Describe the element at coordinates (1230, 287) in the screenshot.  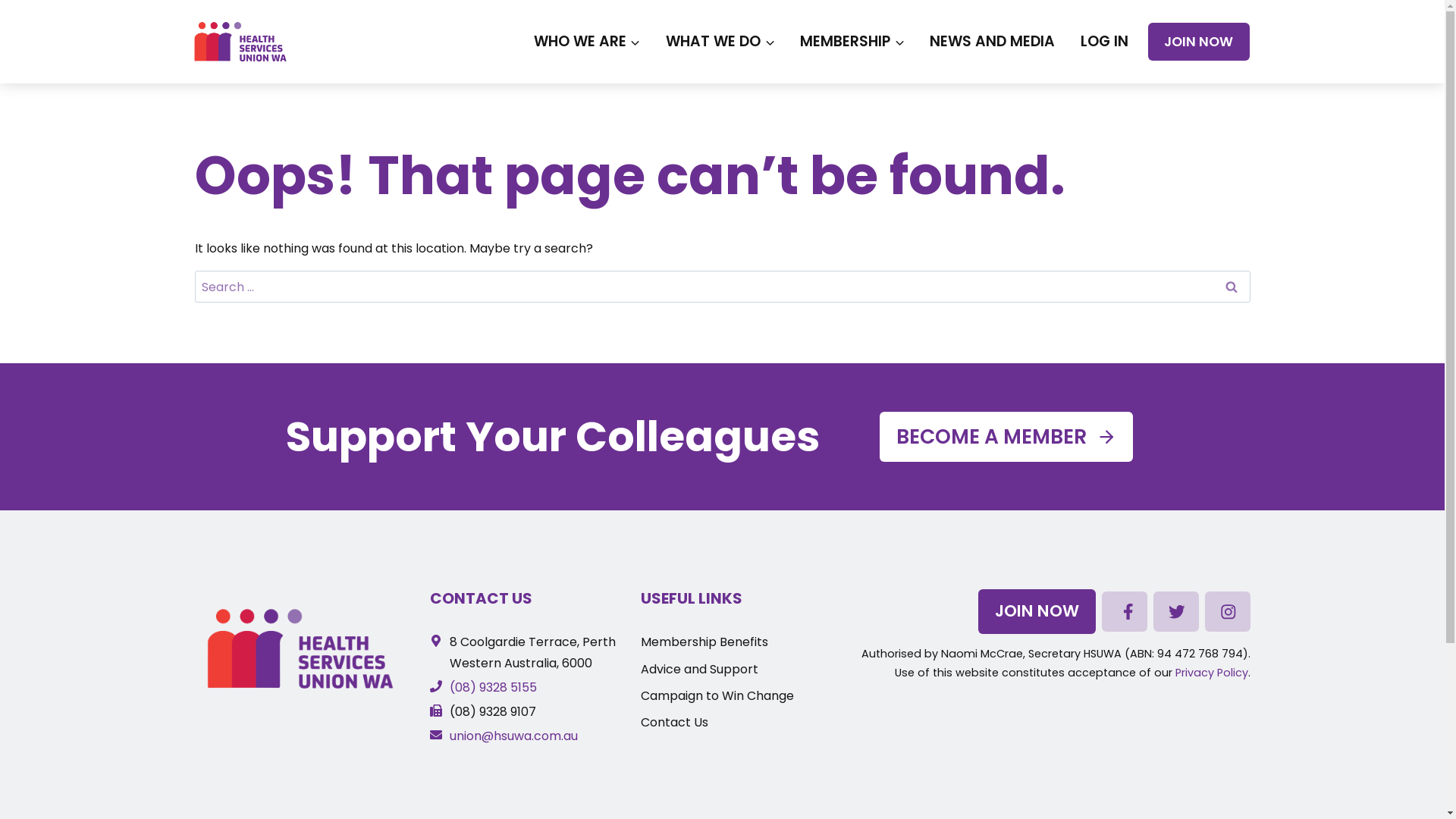
I see `'Search'` at that location.